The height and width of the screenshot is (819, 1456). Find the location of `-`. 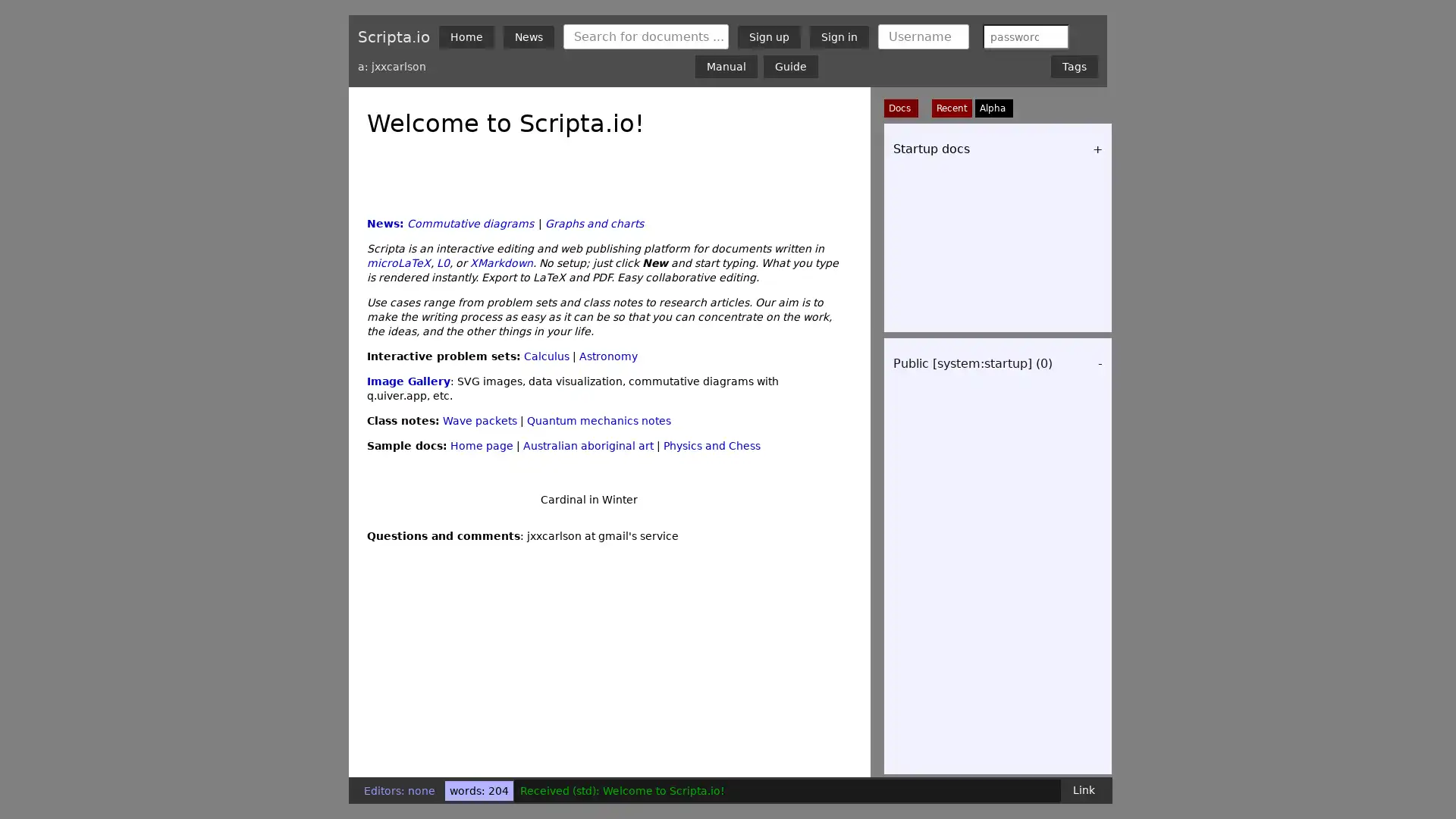

- is located at coordinates (1100, 363).